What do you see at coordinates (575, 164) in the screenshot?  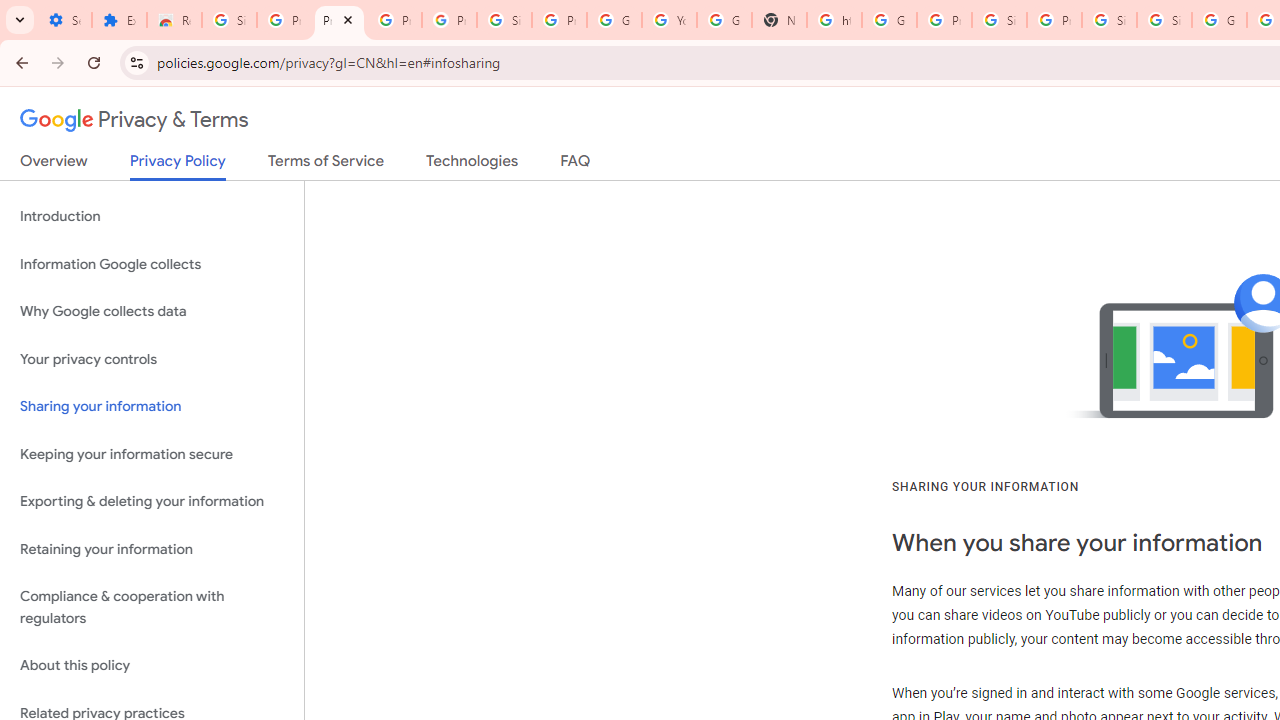 I see `'FAQ'` at bounding box center [575, 164].